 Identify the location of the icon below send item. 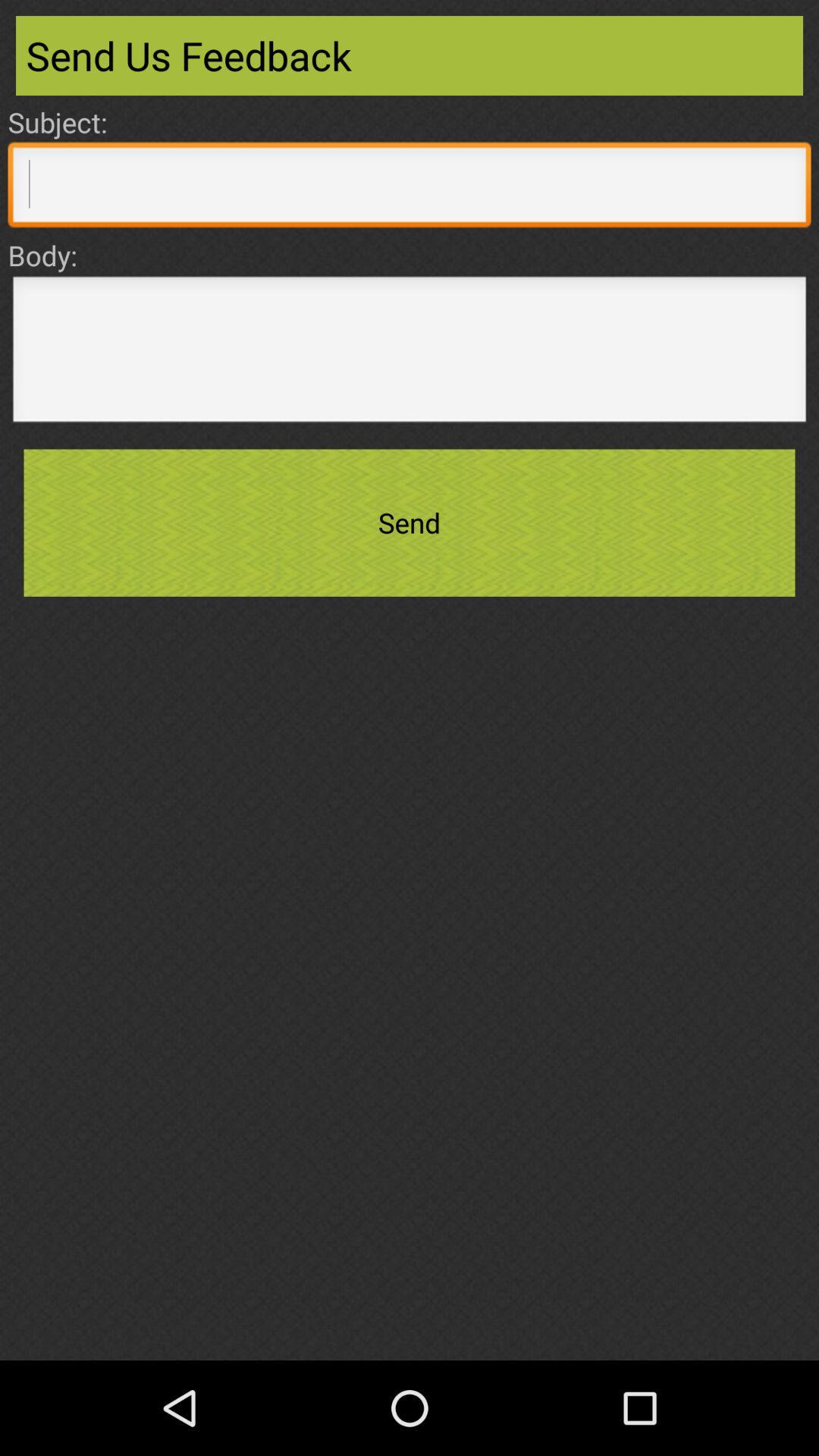
(409, 1310).